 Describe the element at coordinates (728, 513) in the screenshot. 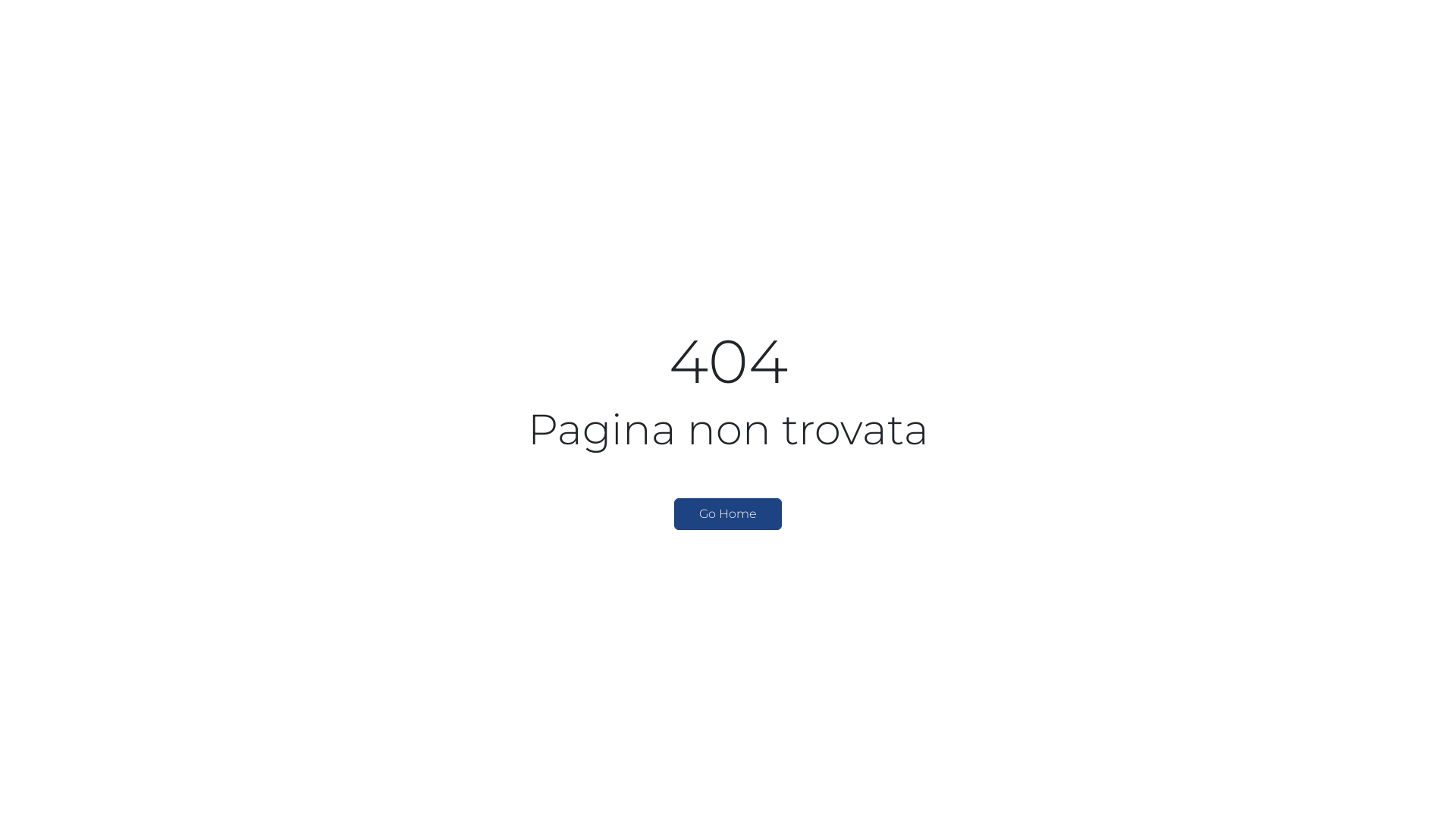

I see `'Go Home'` at that location.